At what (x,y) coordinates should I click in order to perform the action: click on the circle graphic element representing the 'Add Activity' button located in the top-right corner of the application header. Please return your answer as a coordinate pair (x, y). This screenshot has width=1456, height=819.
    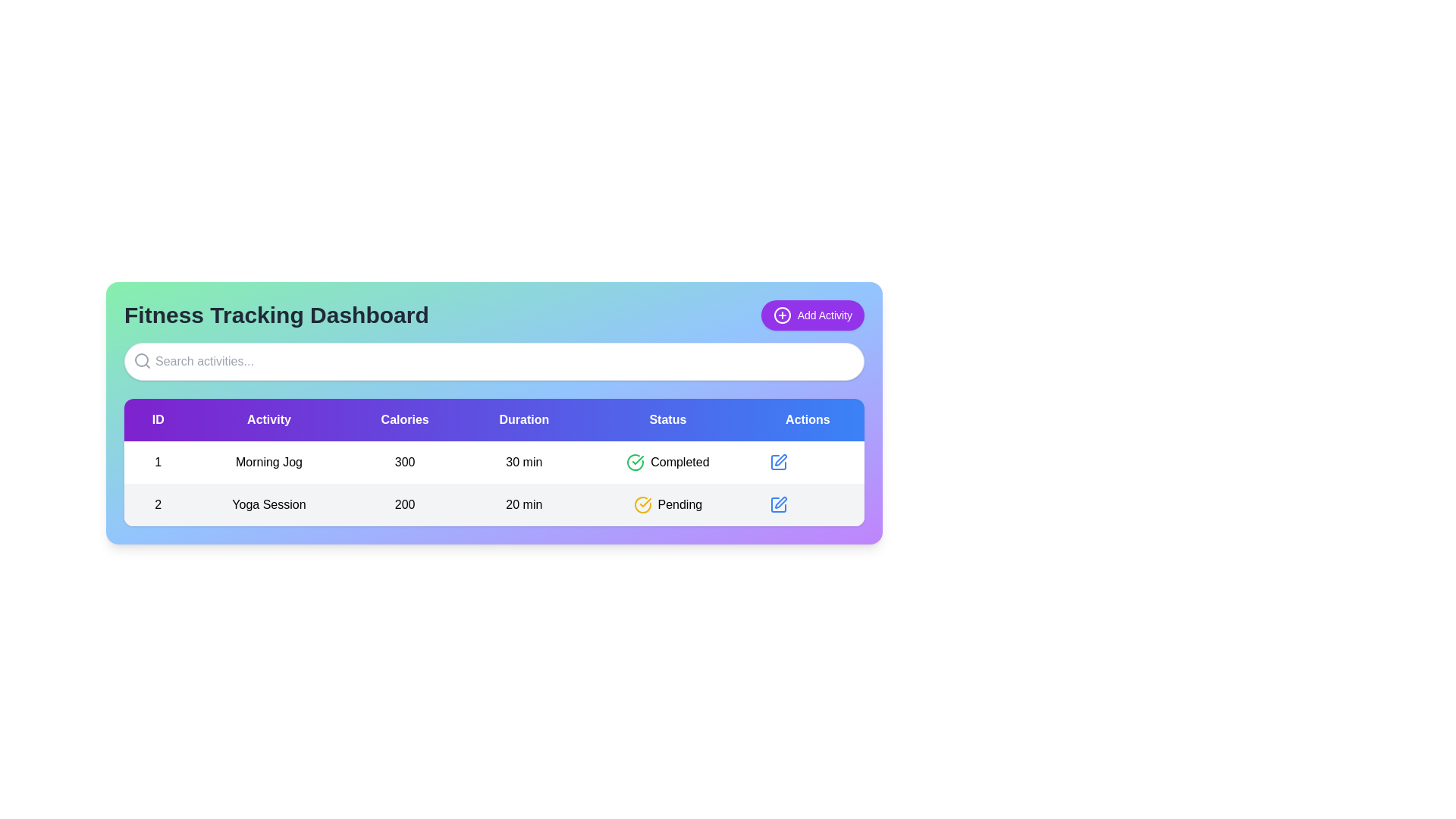
    Looking at the image, I should click on (782, 315).